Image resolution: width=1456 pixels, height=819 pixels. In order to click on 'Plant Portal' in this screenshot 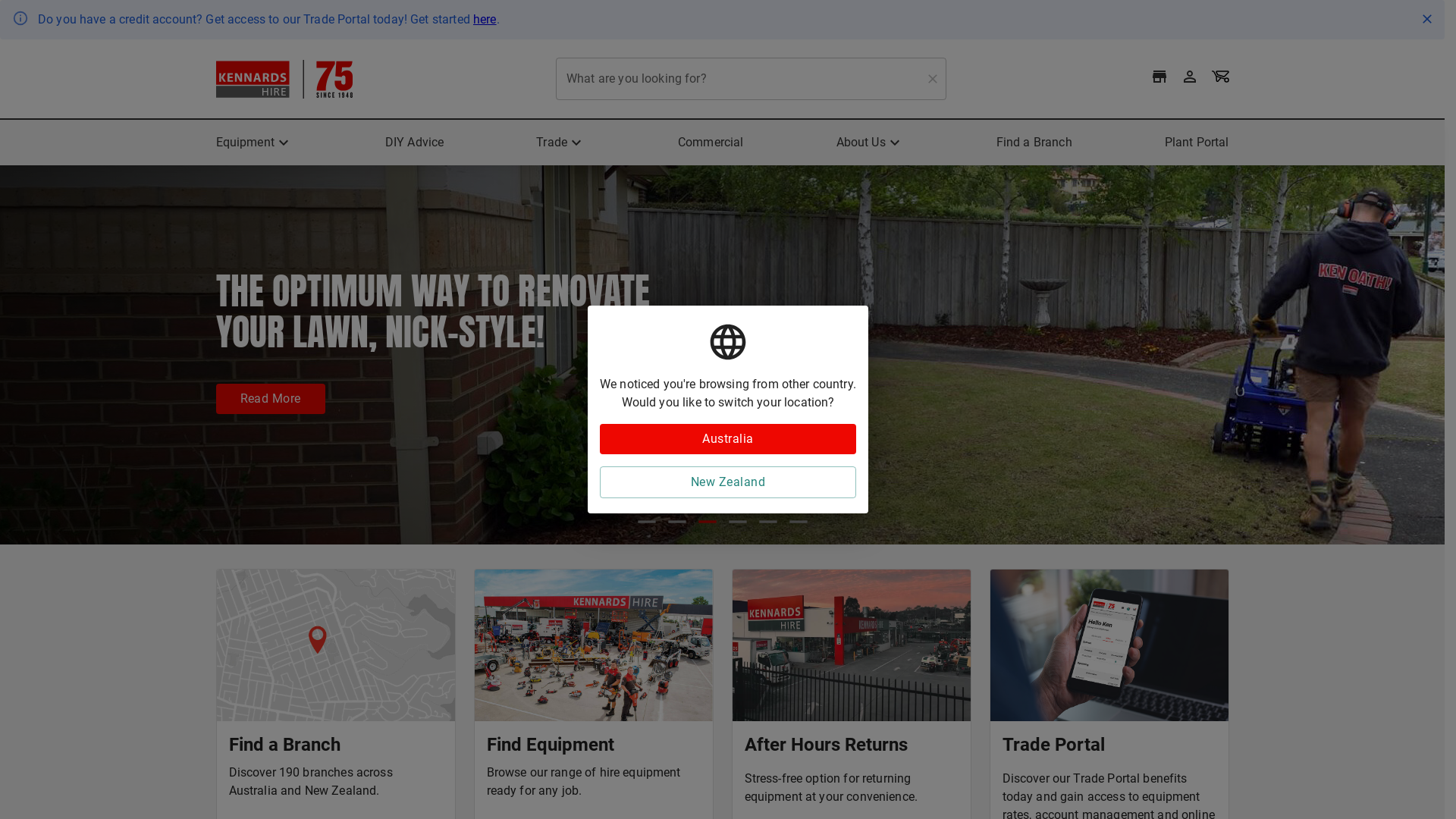, I will do `click(1196, 143)`.